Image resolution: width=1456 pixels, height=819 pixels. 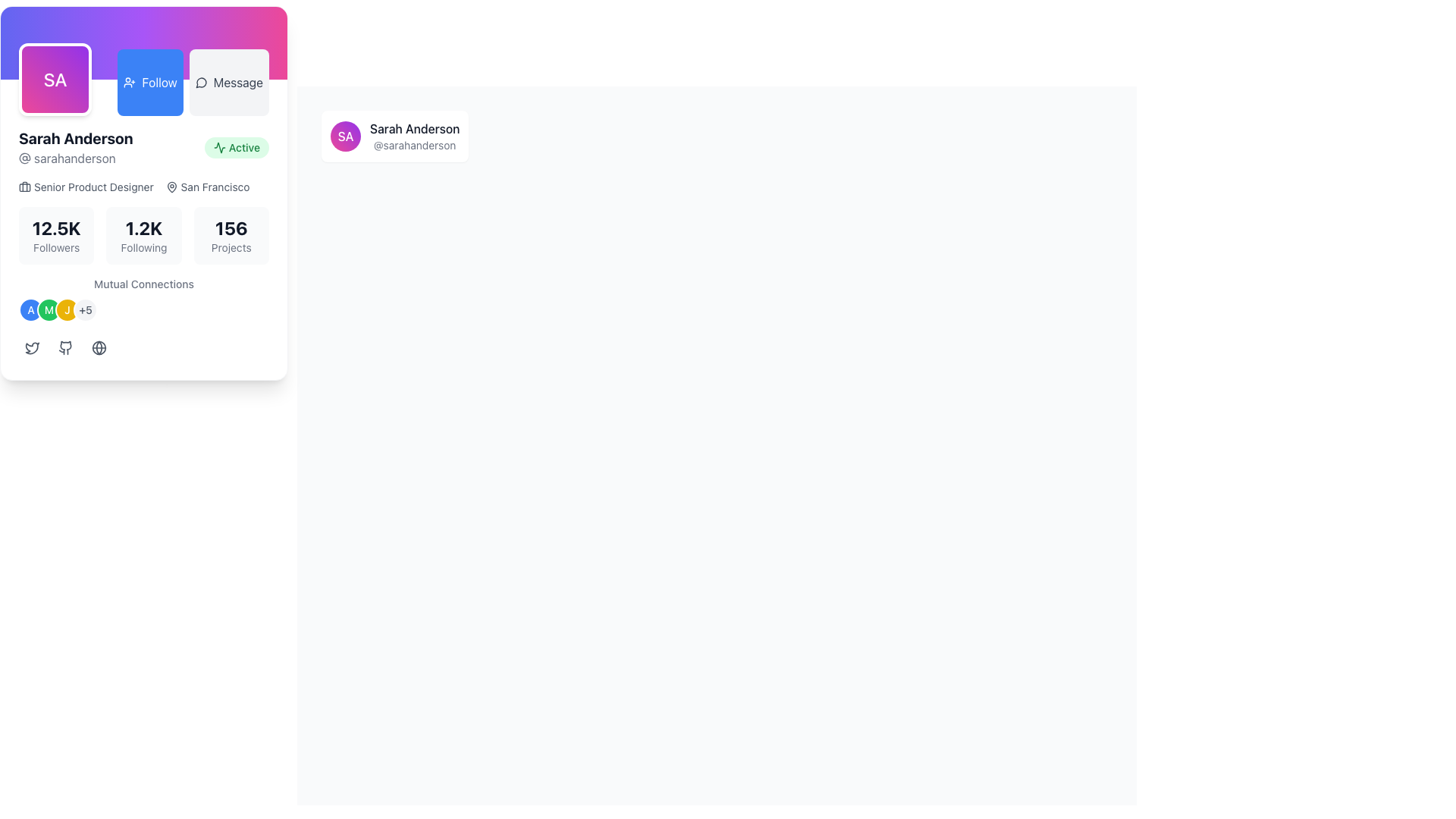 What do you see at coordinates (31, 309) in the screenshot?
I see `the Avatar or User Icon` at bounding box center [31, 309].